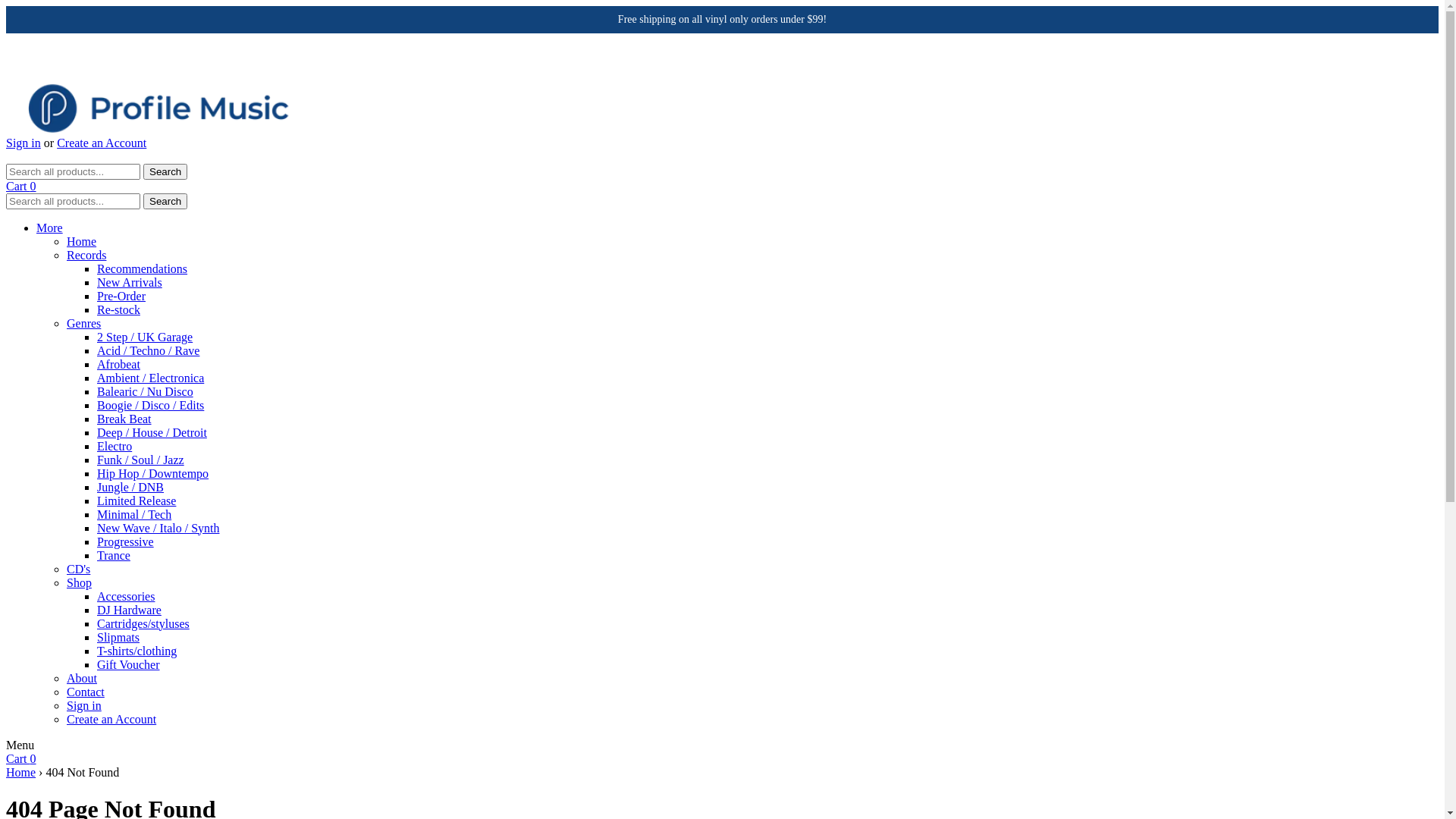  What do you see at coordinates (136, 650) in the screenshot?
I see `'T-shirts/clothing'` at bounding box center [136, 650].